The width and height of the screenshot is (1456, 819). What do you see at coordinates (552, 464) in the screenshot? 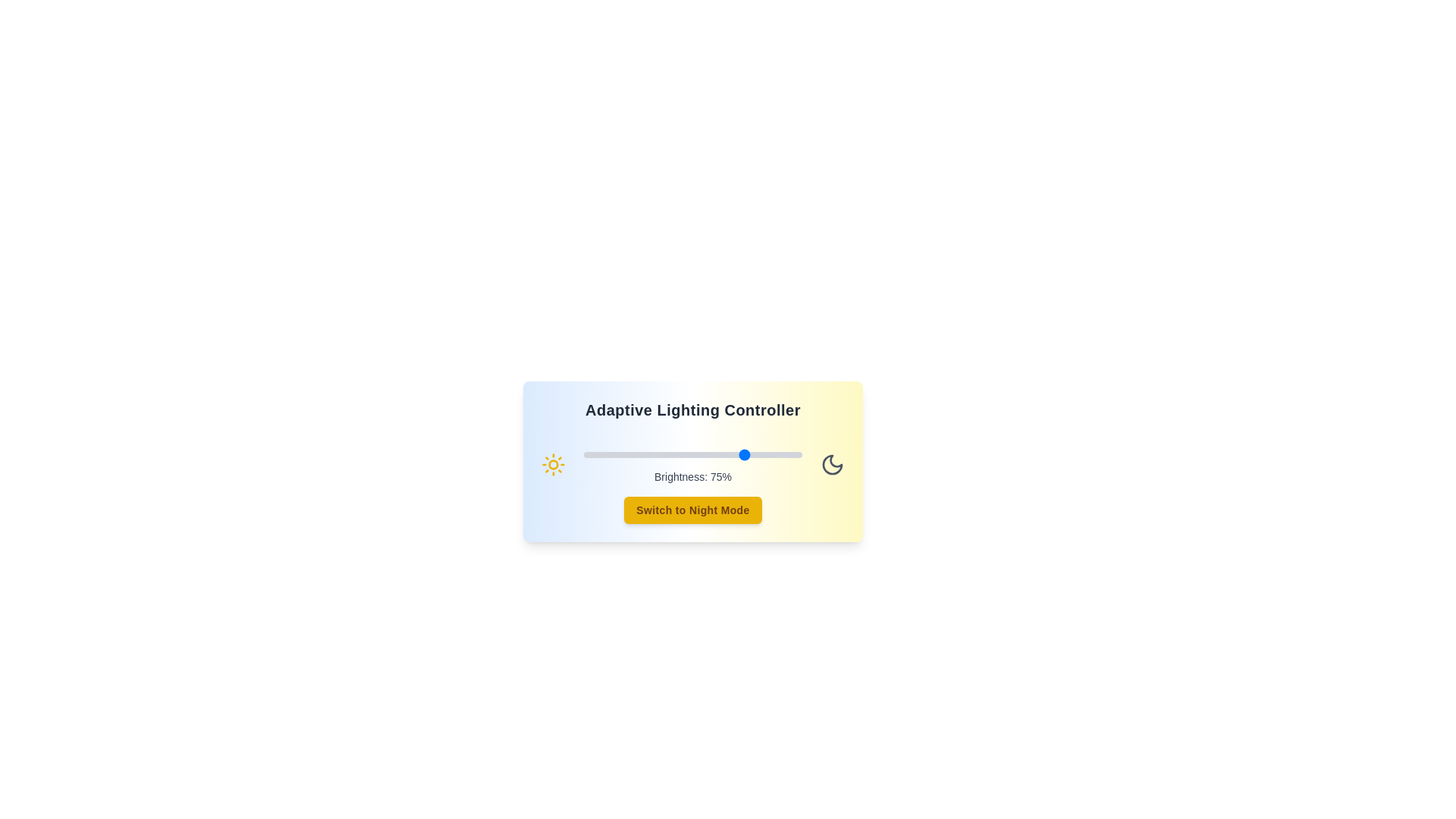
I see `the yellow sun icon located on the left side of the brightness control section` at bounding box center [552, 464].